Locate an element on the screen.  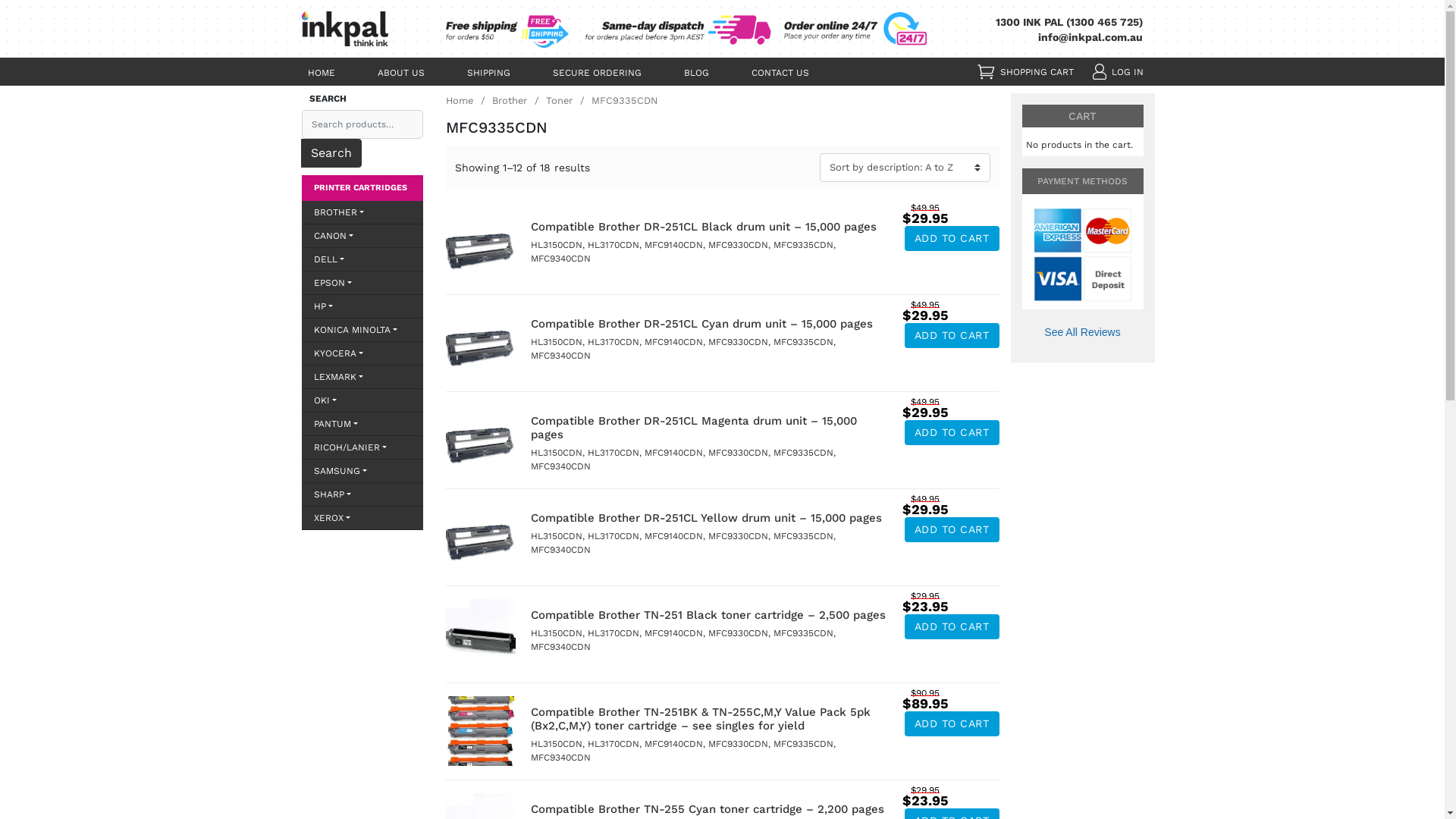
'HP' is located at coordinates (362, 306).